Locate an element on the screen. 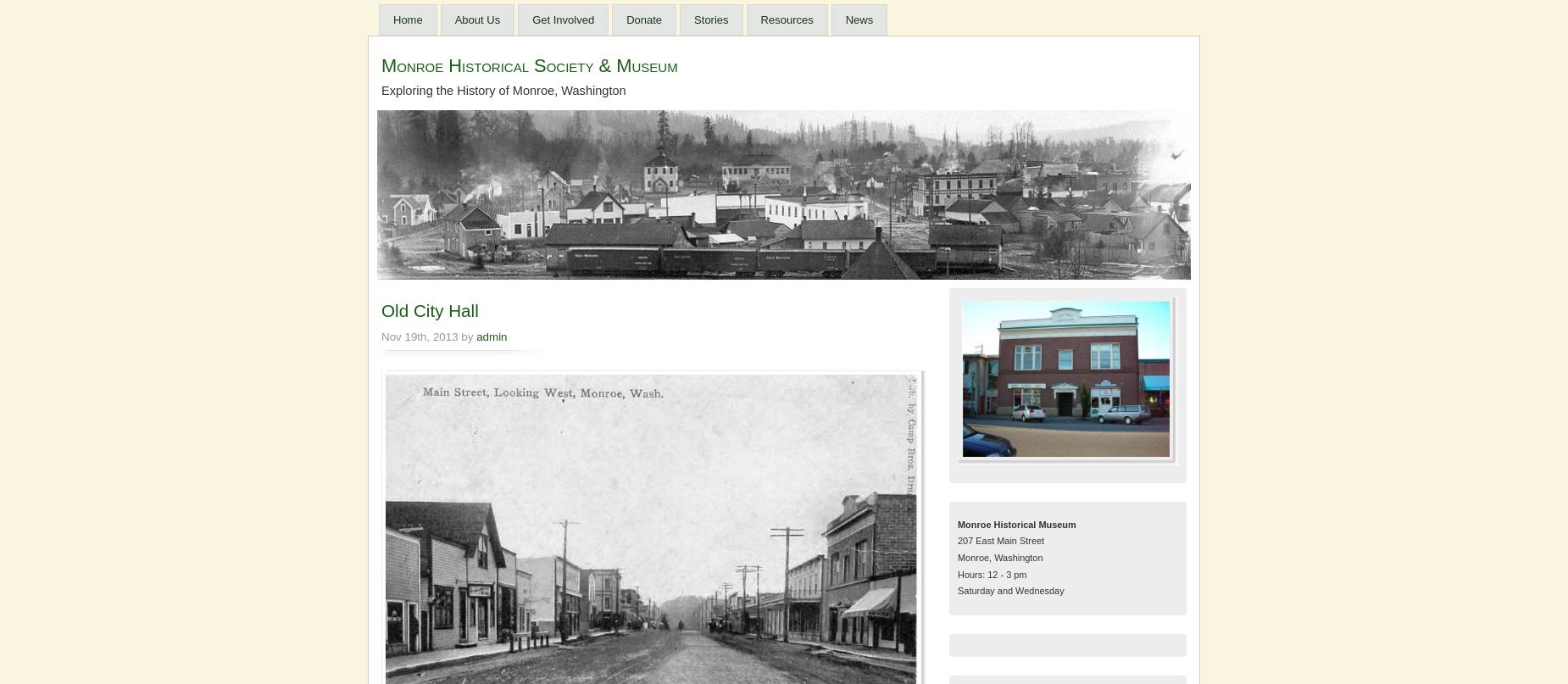 This screenshot has width=1568, height=684. 'Monroe, Washington' is located at coordinates (956, 556).